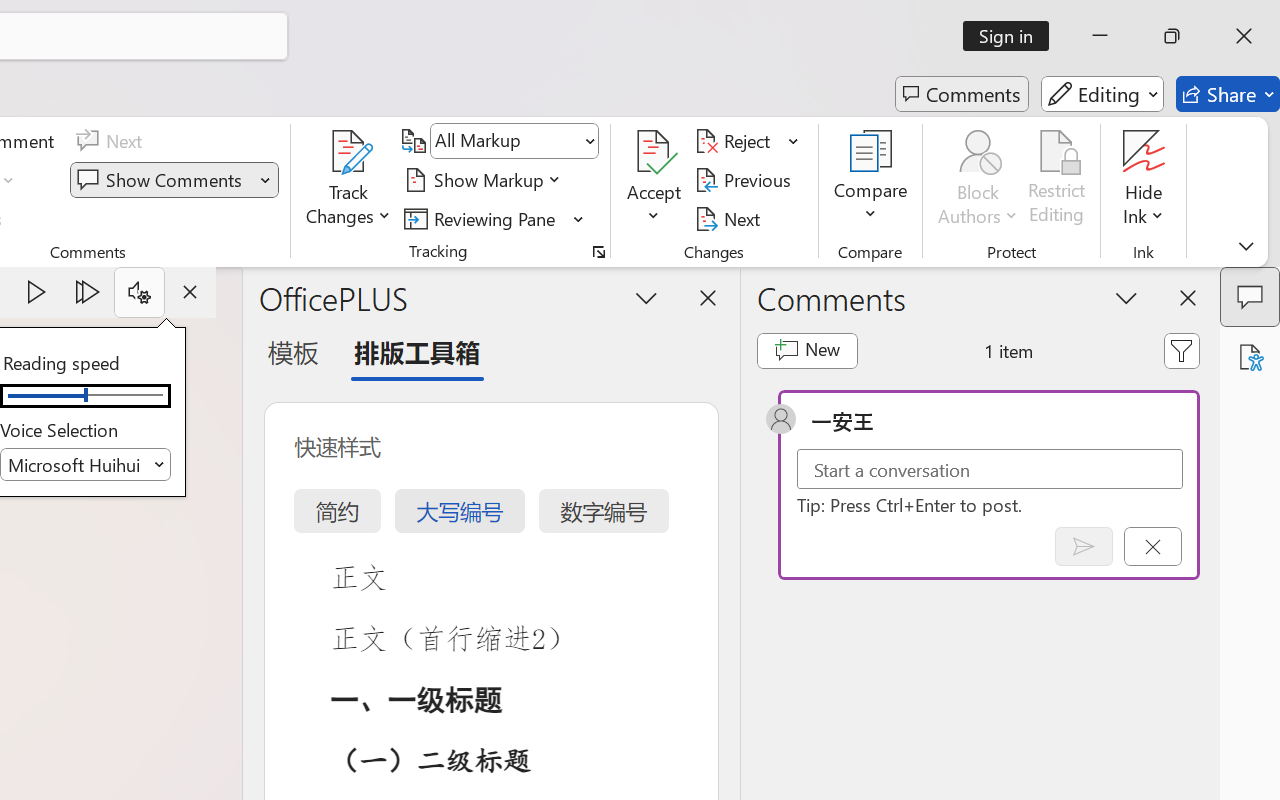 The width and height of the screenshot is (1280, 800). I want to click on 'Restrict Editing', so click(1056, 179).